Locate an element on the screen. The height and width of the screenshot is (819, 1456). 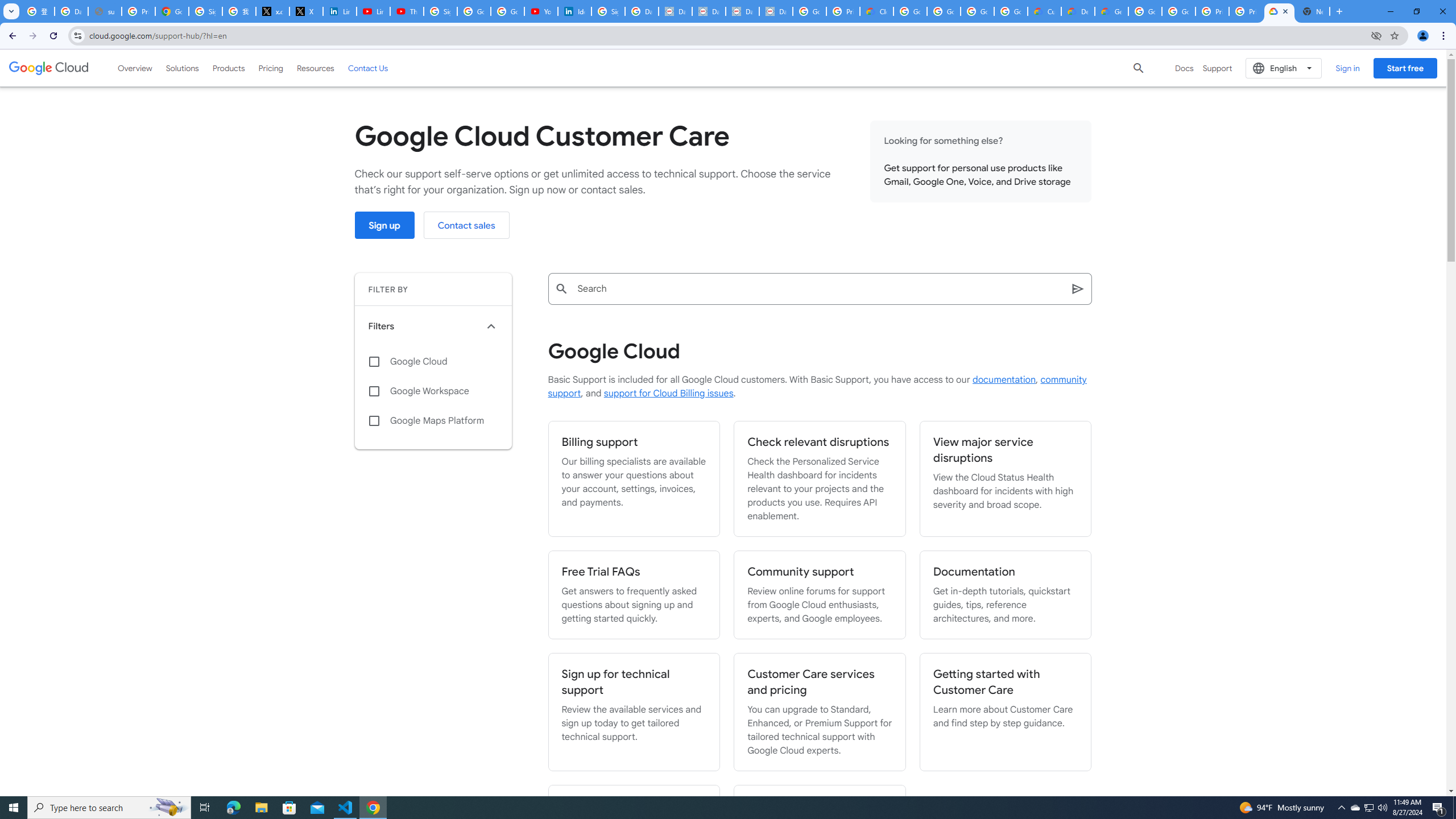
'Support Hub | Google Cloud' is located at coordinates (1280, 11).